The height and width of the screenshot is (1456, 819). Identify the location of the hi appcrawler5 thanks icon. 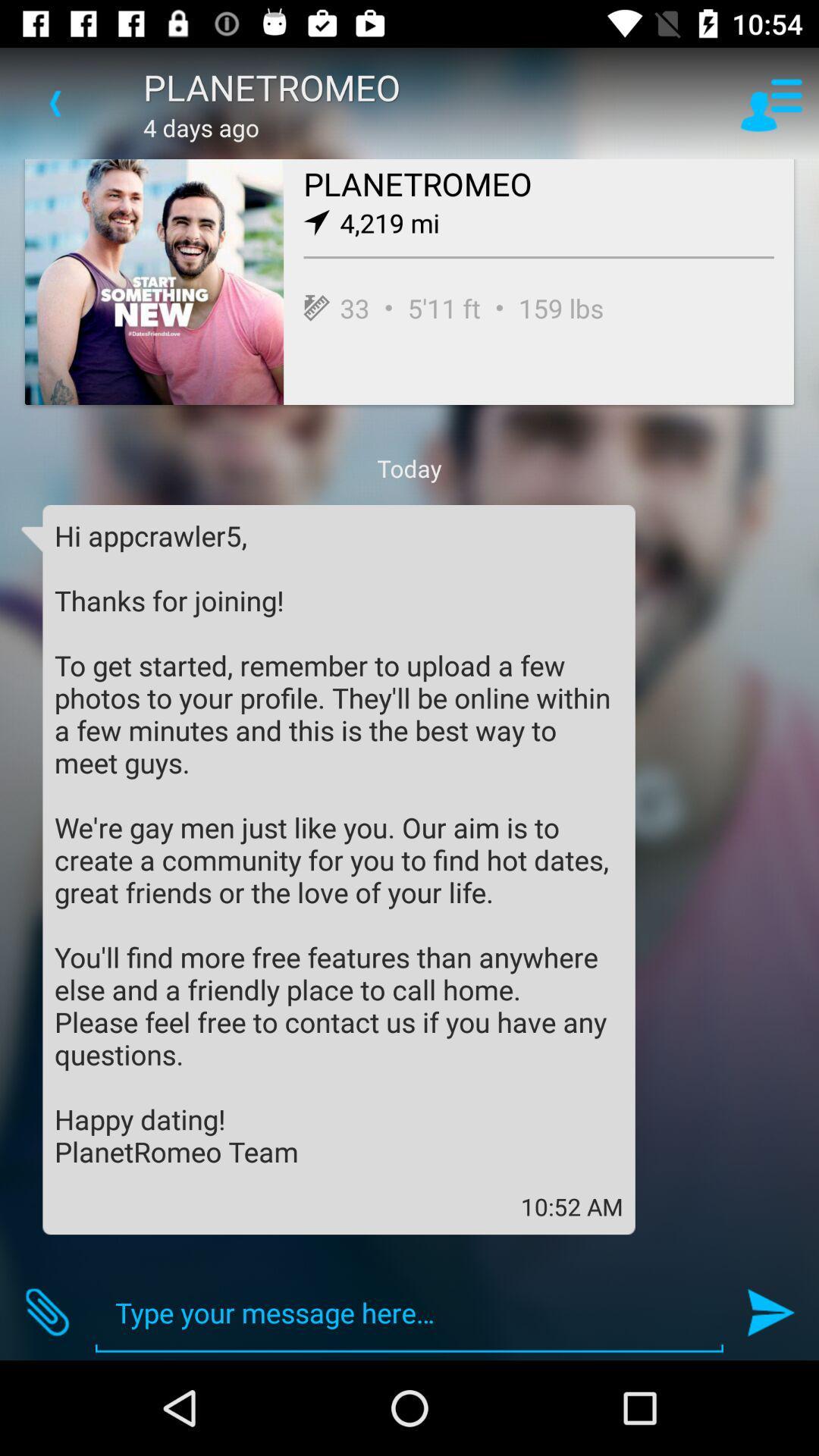
(338, 843).